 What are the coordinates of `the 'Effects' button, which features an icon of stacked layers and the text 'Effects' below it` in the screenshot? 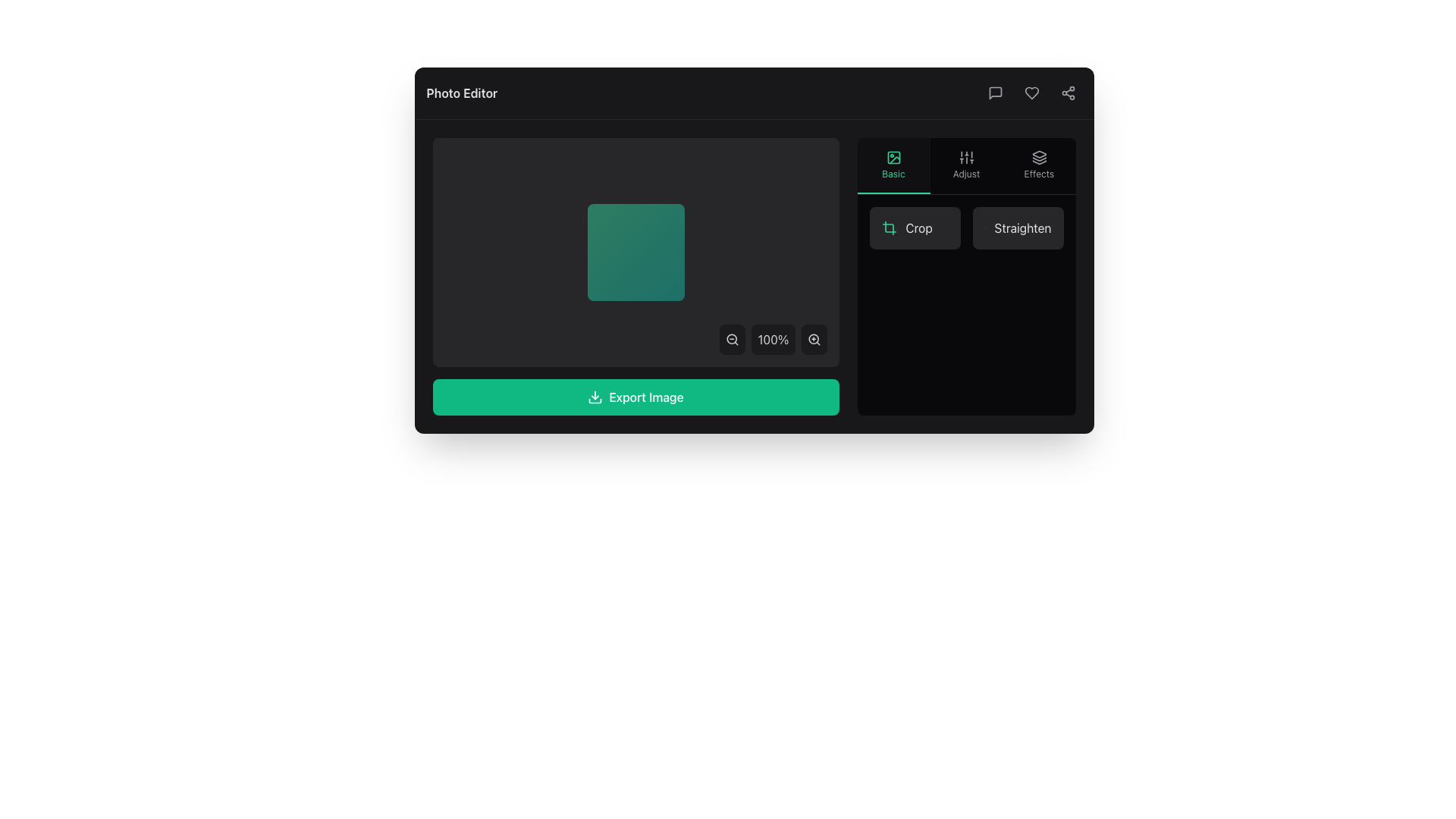 It's located at (1038, 166).